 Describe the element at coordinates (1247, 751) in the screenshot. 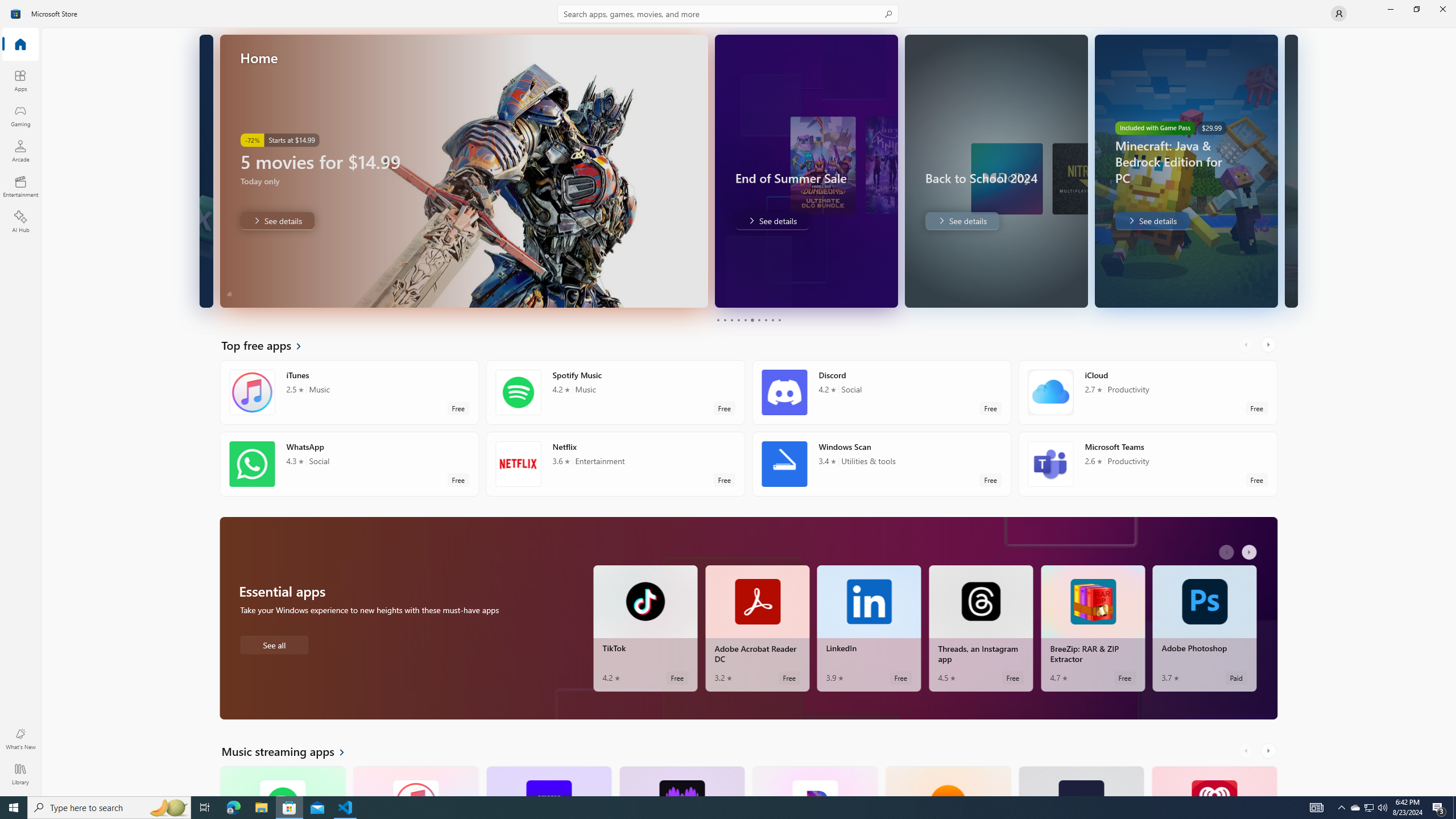

I see `'AutomationID: LeftScrollButton'` at that location.